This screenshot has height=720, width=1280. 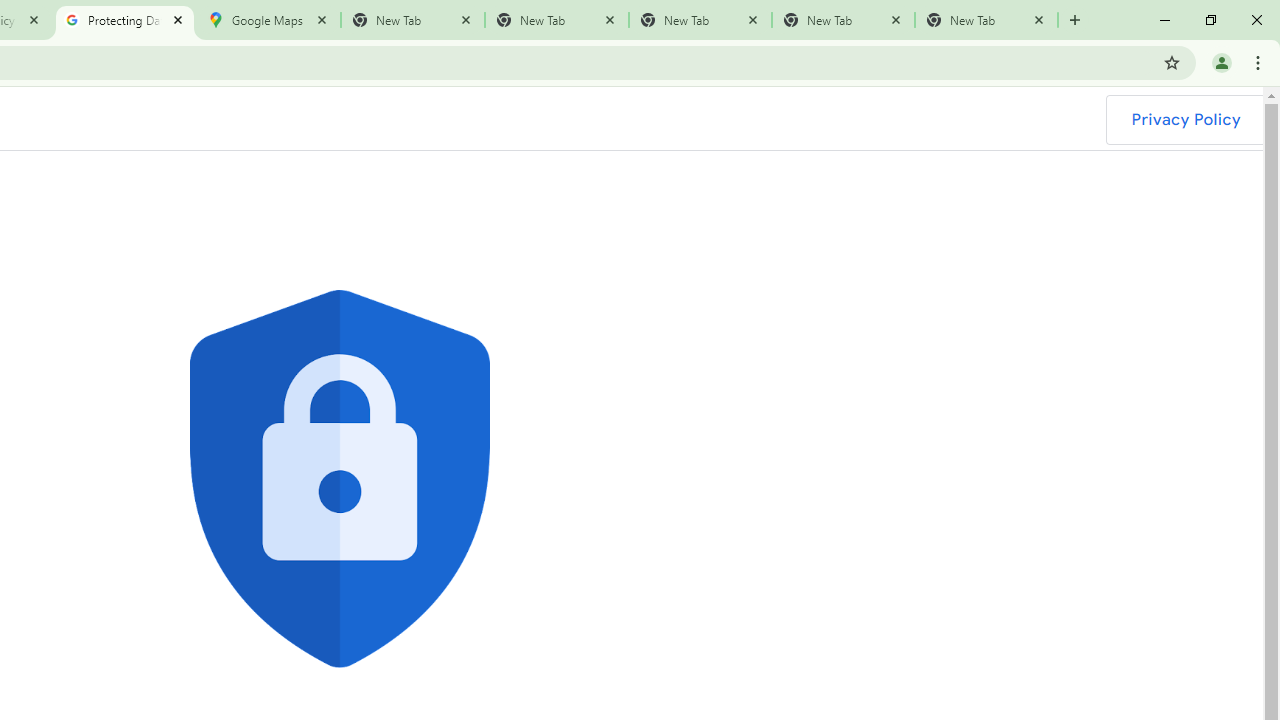 What do you see at coordinates (986, 20) in the screenshot?
I see `'New Tab'` at bounding box center [986, 20].